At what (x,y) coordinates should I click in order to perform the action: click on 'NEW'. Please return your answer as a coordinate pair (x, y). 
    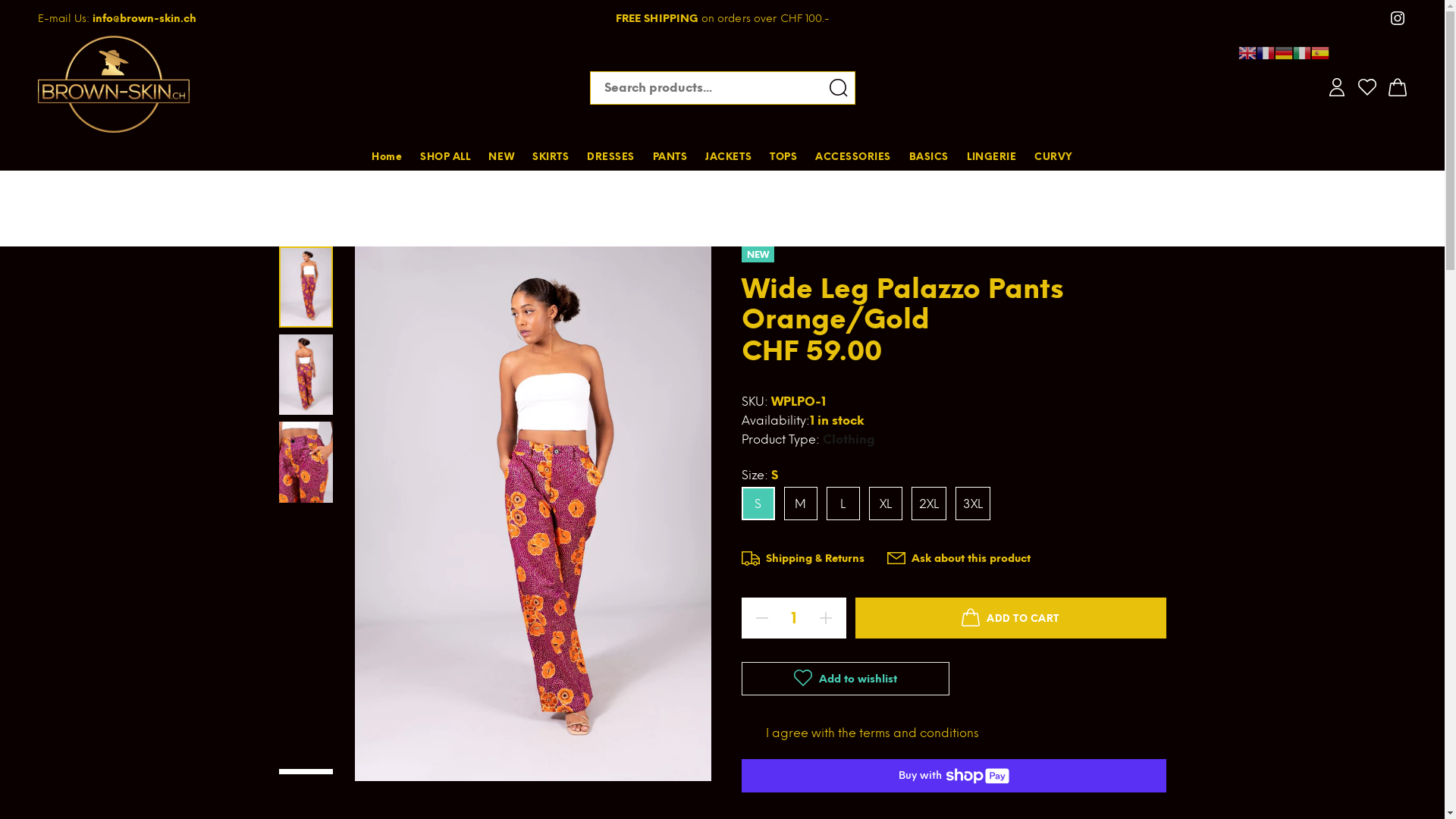
    Looking at the image, I should click on (501, 155).